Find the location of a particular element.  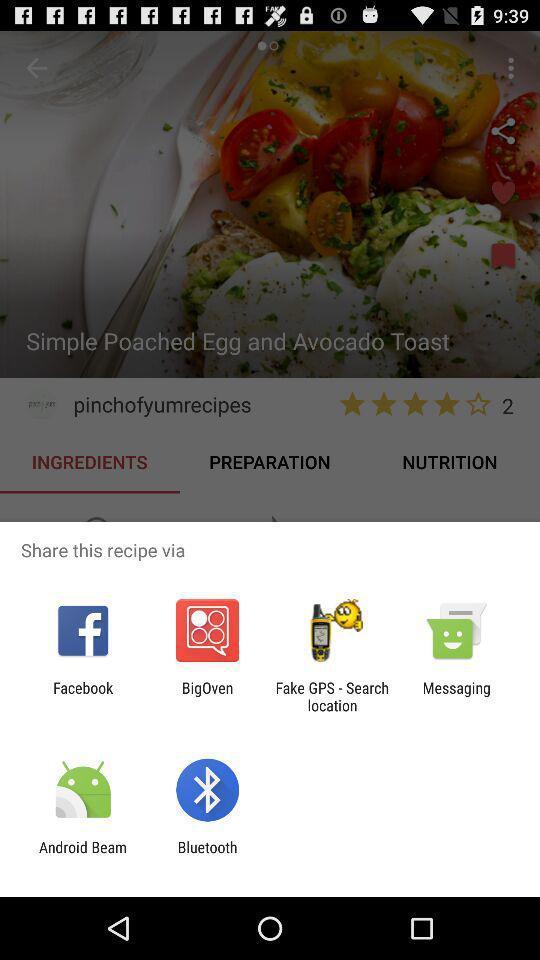

the android beam is located at coordinates (82, 855).